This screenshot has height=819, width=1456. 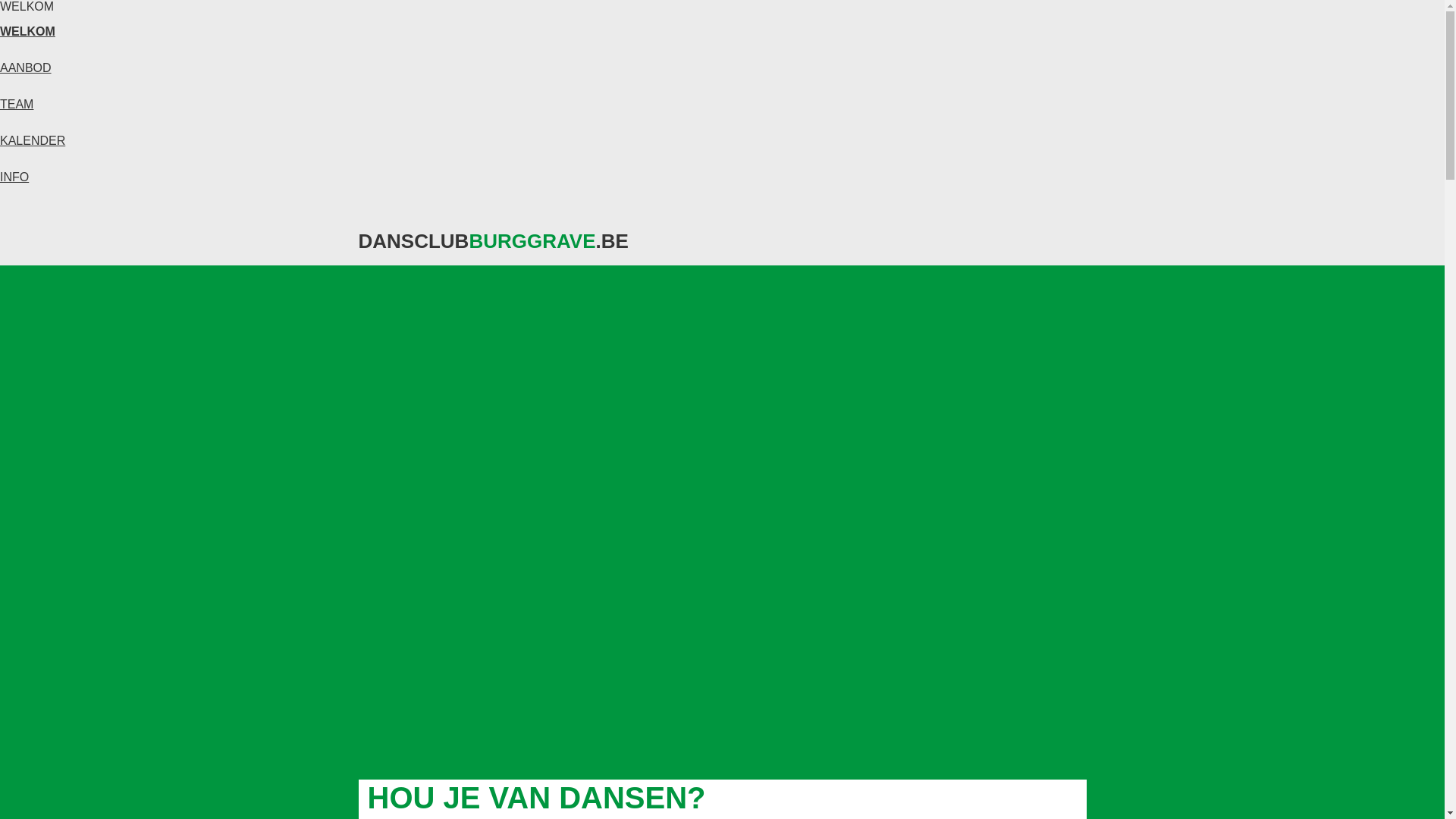 I want to click on 'AANBOD', so click(x=25, y=67).